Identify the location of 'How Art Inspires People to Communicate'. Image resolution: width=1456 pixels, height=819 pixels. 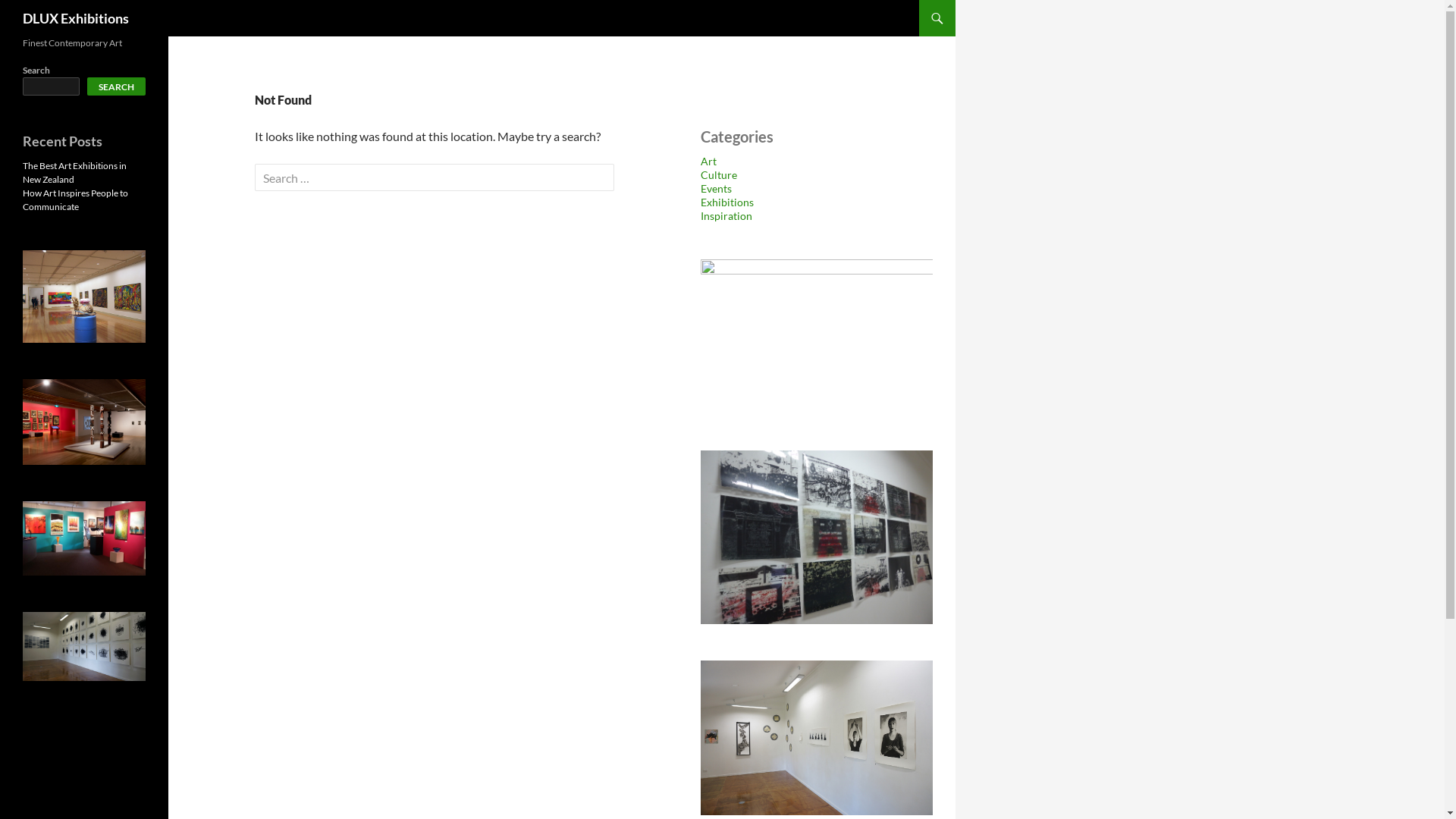
(22, 199).